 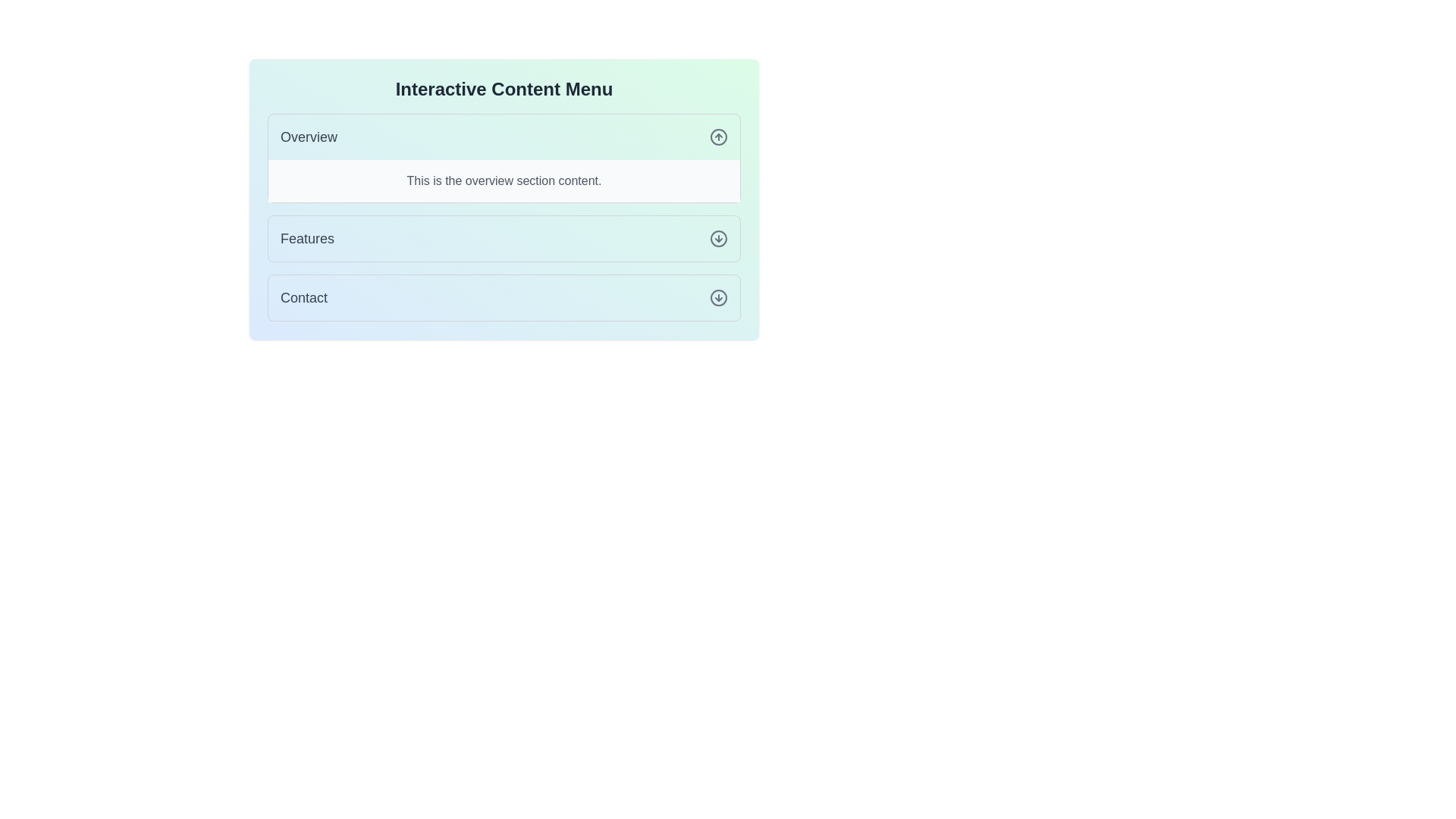 I want to click on the text display element that reads 'This is the overview section content.' which is located in the 'Overview' section of the interface, directly below the 'Overview' header, so click(x=504, y=180).